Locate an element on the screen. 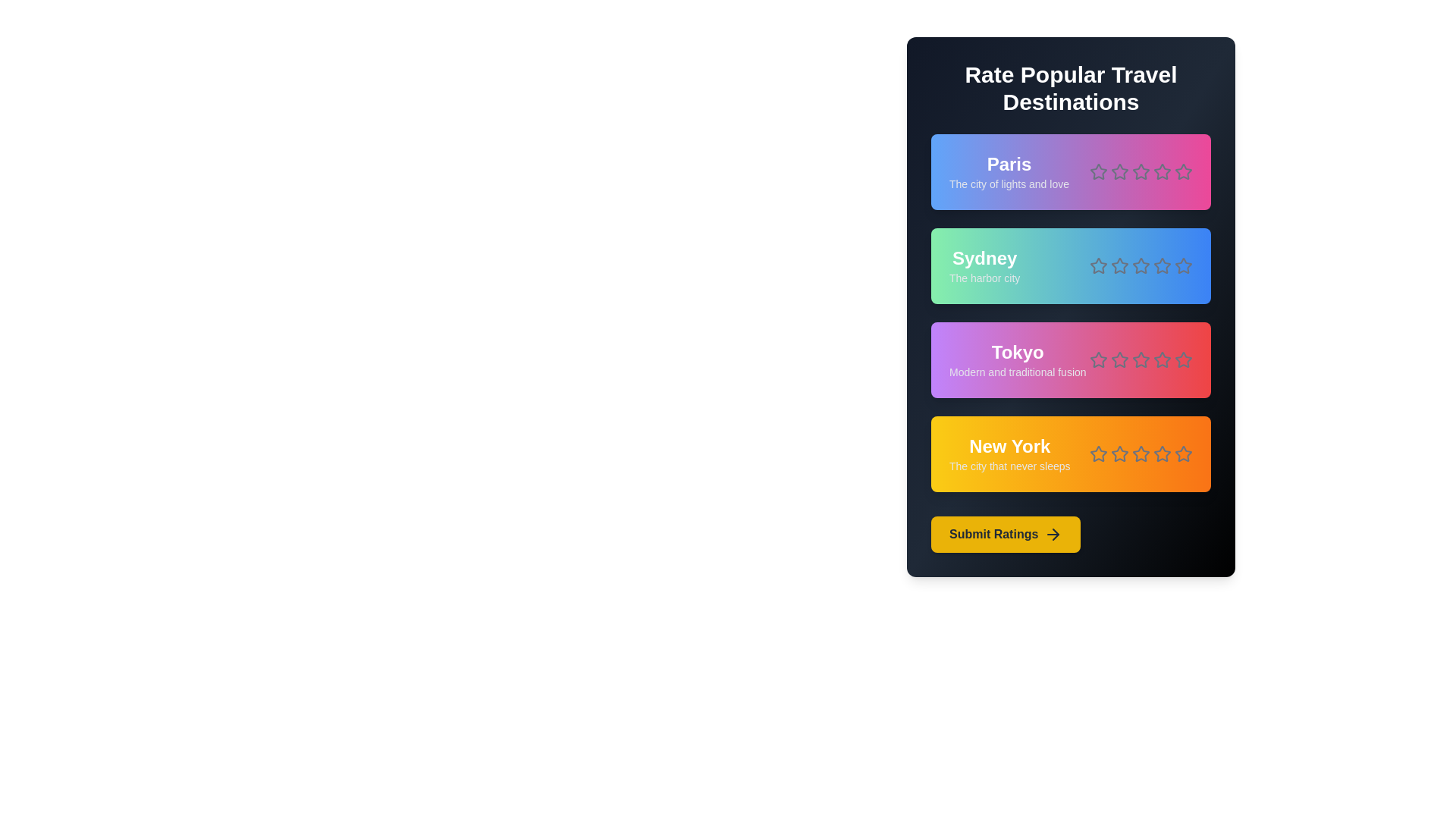  the rating for a destination to 4 stars is located at coordinates (1161, 171).